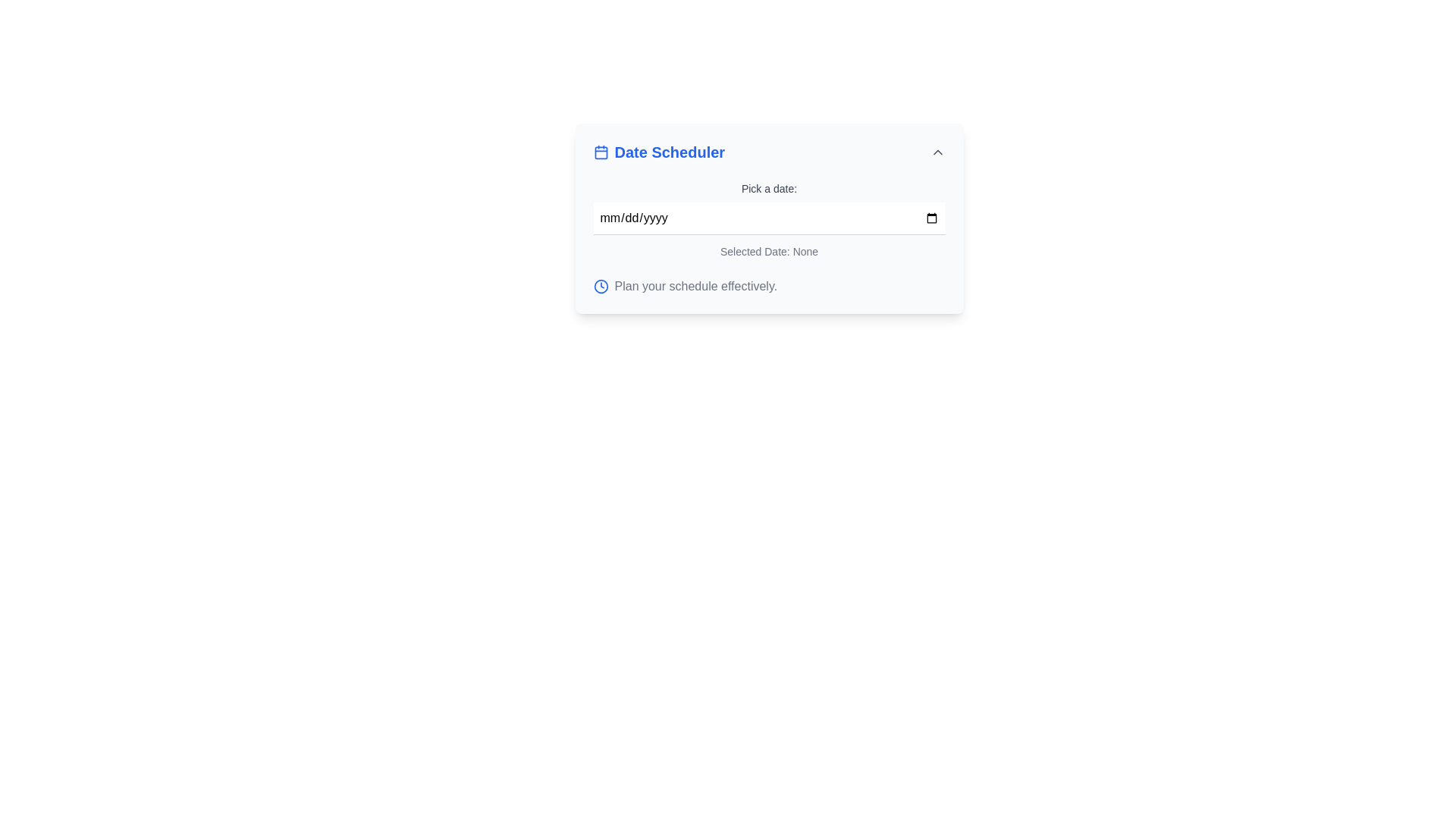 This screenshot has height=819, width=1456. Describe the element at coordinates (600, 152) in the screenshot. I see `the calendar icon, which is blue and minimalist, located in the header section of the 'Date Scheduler' component` at that location.